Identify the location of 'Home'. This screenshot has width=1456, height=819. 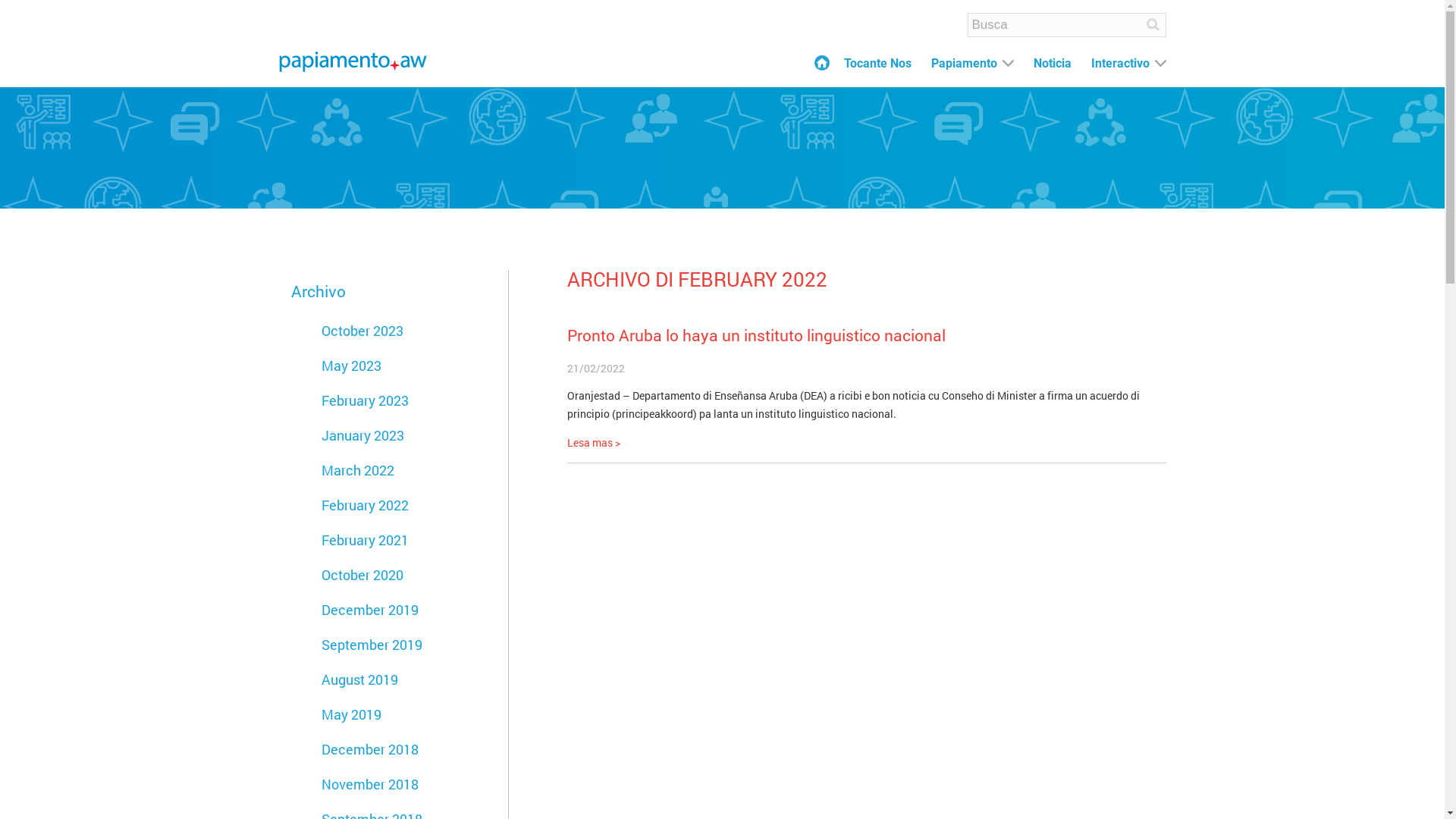
(814, 62).